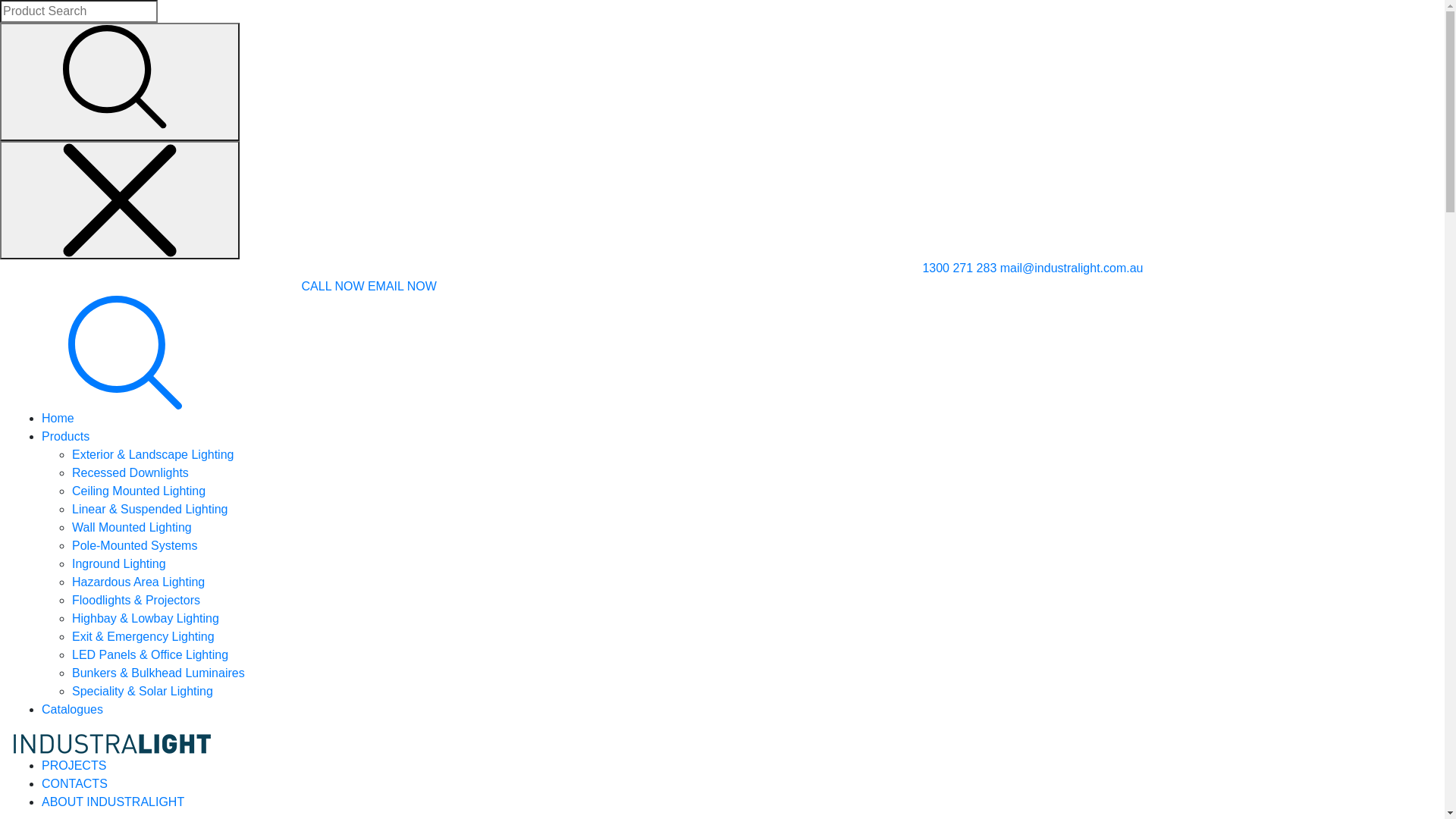 The height and width of the screenshot is (819, 1456). What do you see at coordinates (149, 654) in the screenshot?
I see `'LED Panels & Office Lighting'` at bounding box center [149, 654].